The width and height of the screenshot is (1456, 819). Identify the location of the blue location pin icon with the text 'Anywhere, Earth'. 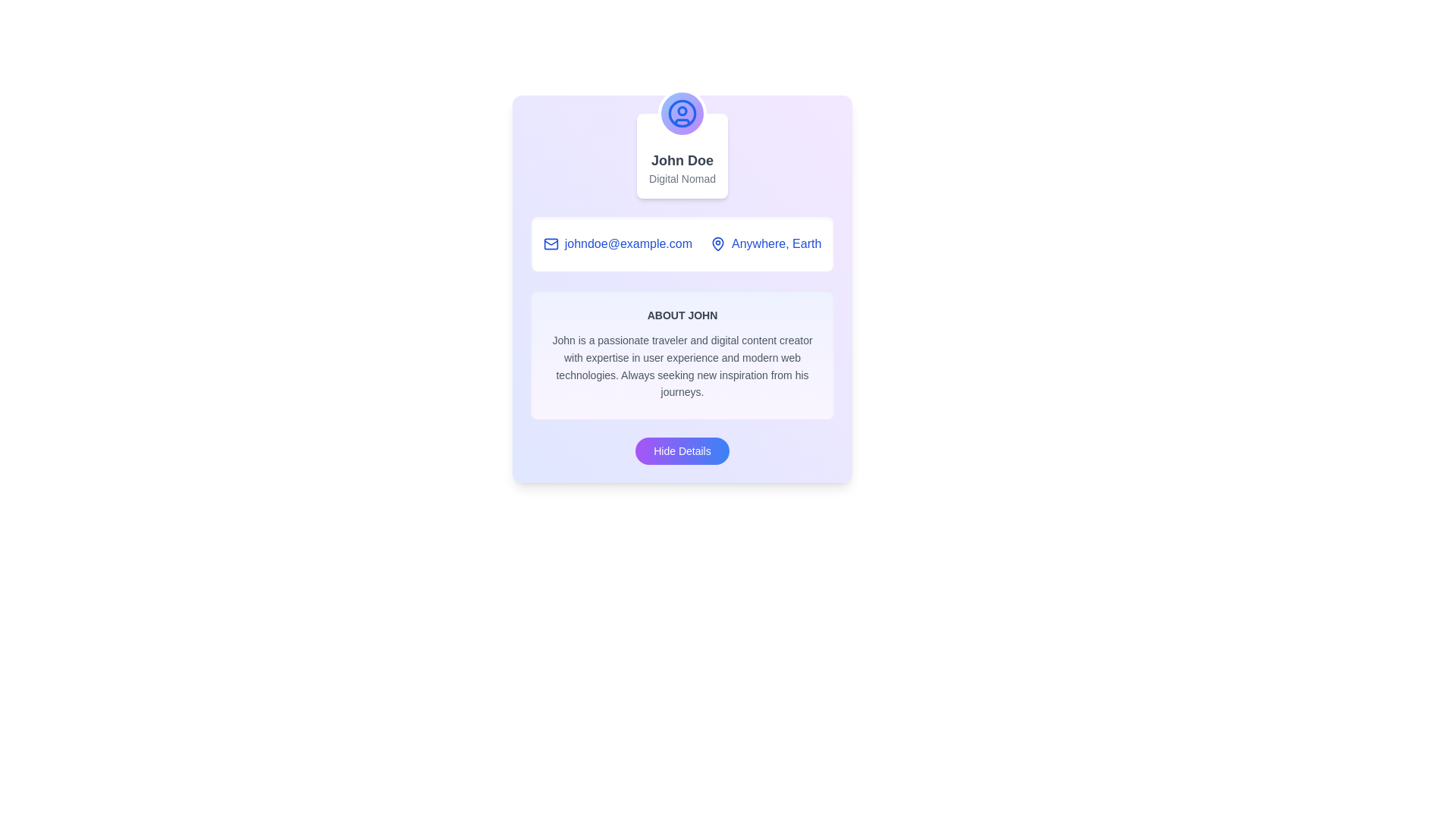
(766, 243).